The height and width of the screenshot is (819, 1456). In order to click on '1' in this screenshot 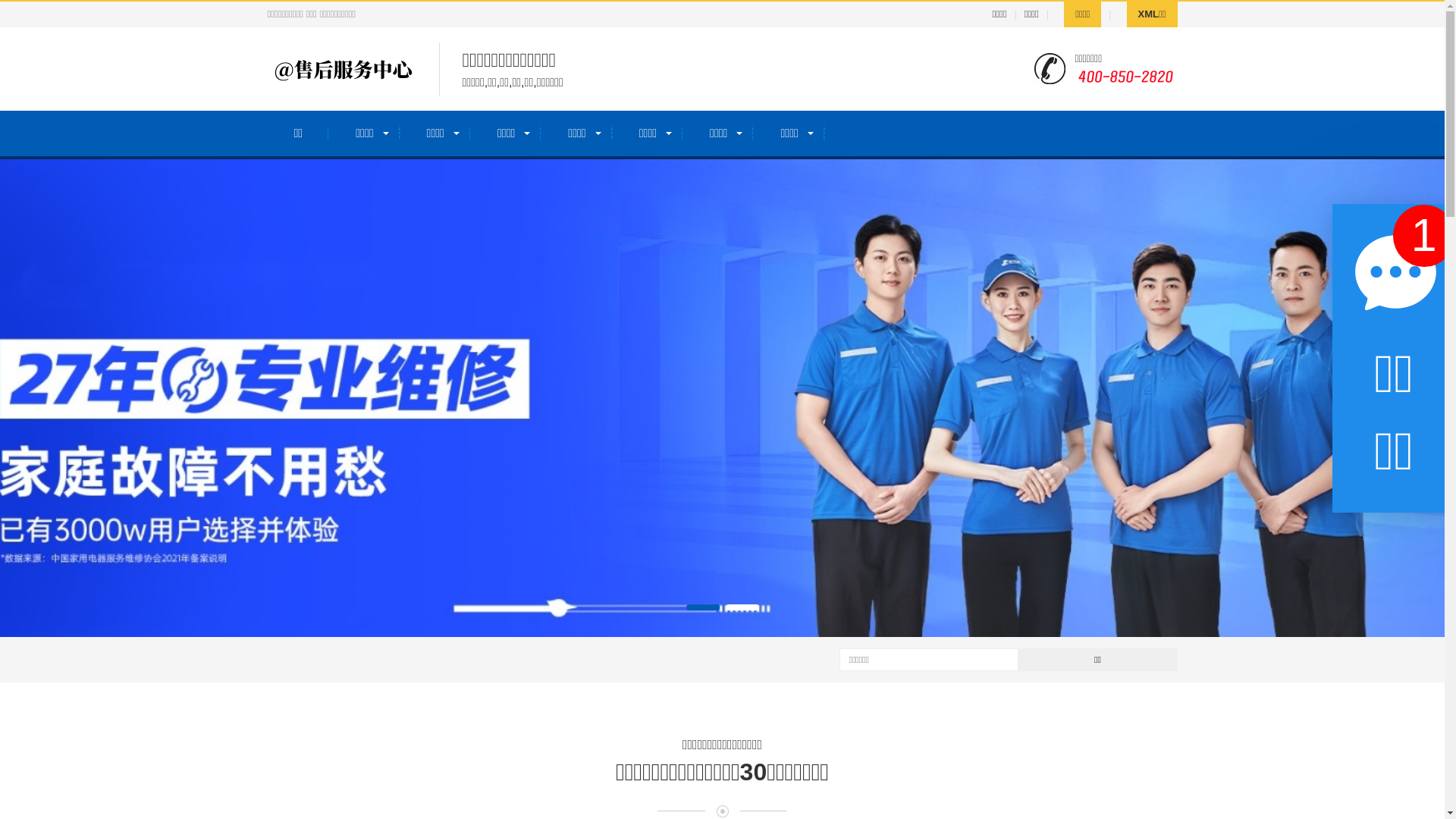, I will do `click(1393, 236)`.